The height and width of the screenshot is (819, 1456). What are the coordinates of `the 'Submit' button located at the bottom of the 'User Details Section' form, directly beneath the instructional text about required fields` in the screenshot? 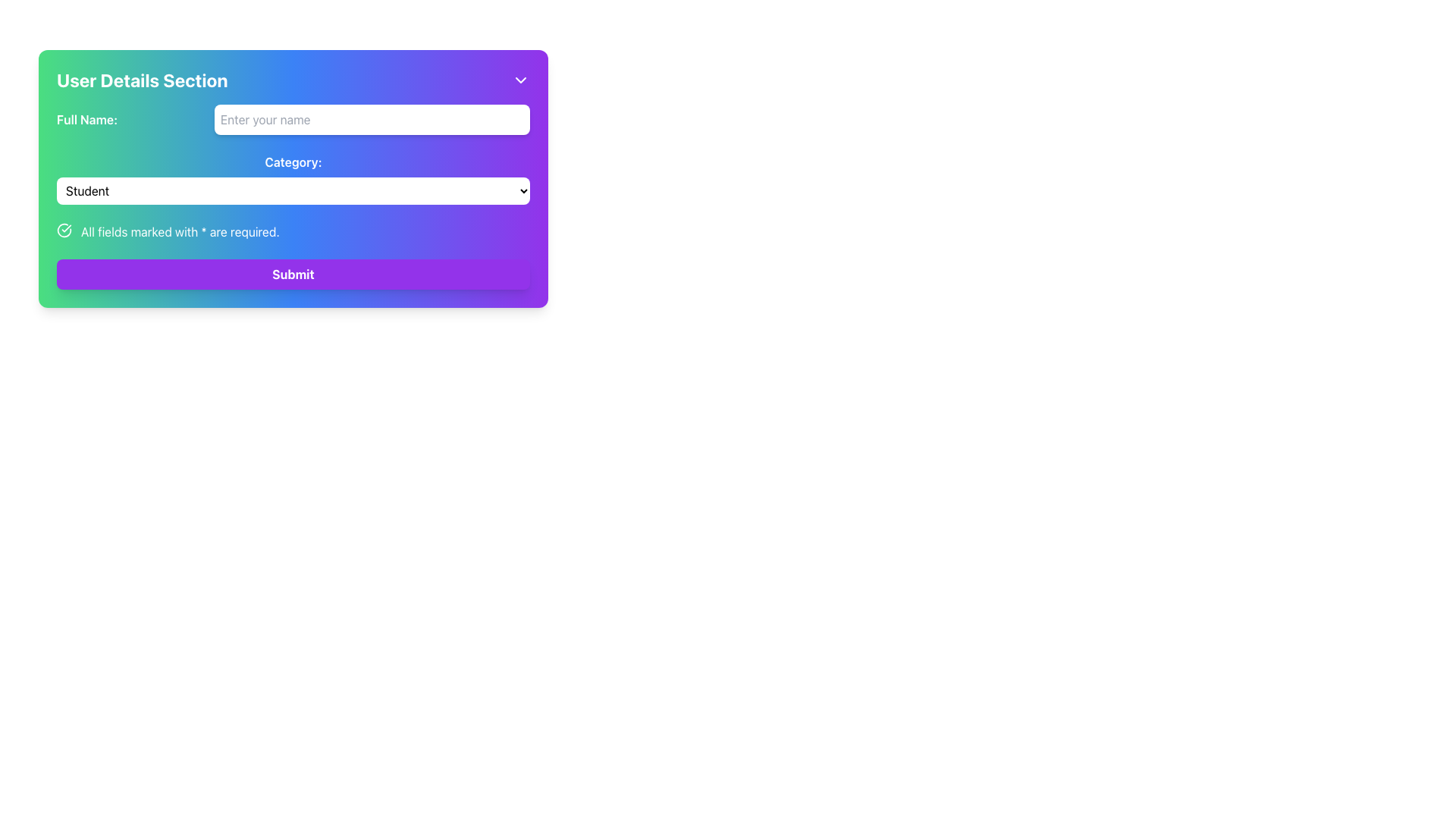 It's located at (293, 275).